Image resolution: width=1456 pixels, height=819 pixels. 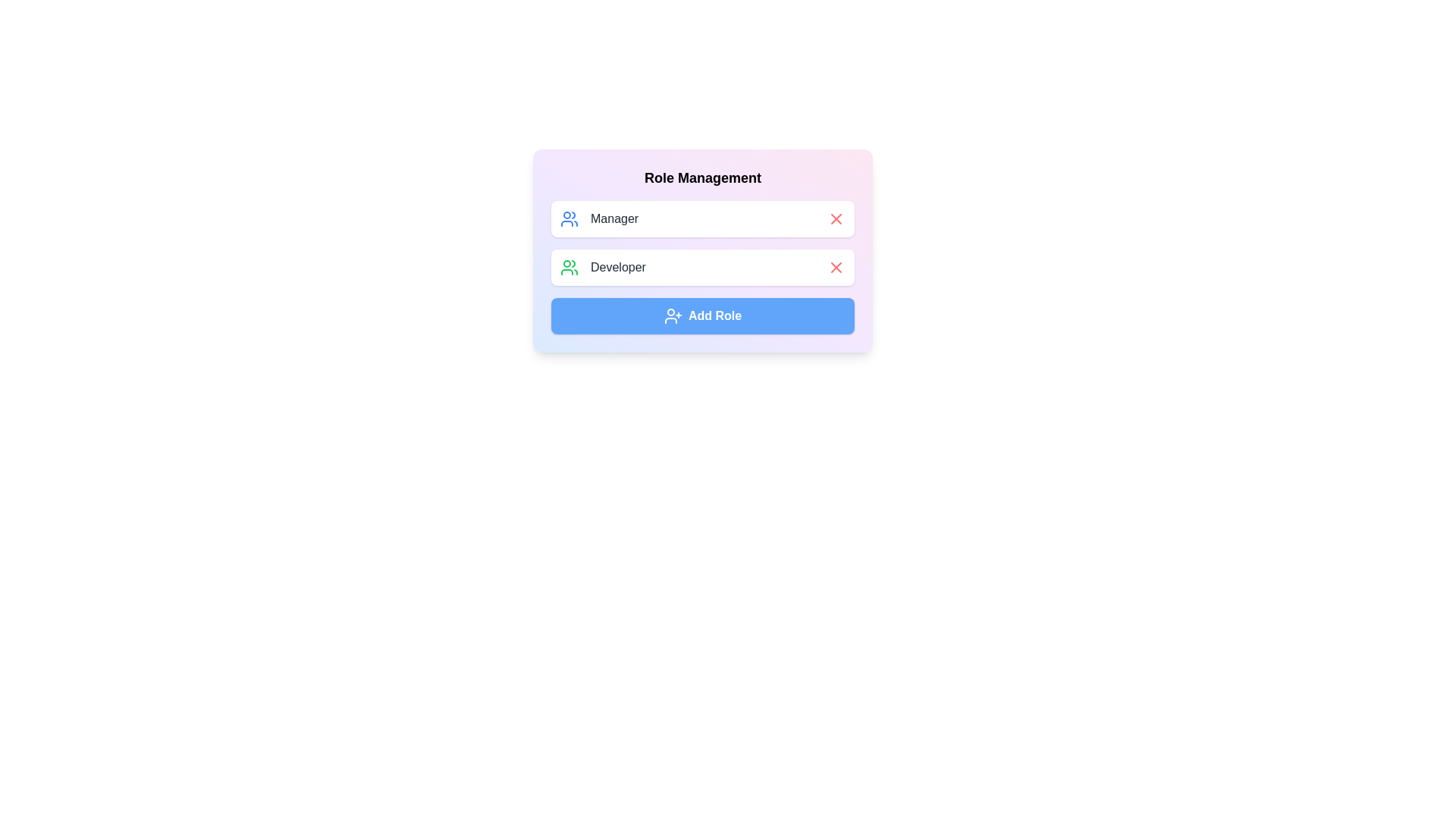 What do you see at coordinates (836, 267) in the screenshot?
I see `'X' button next to Developer to remove it` at bounding box center [836, 267].